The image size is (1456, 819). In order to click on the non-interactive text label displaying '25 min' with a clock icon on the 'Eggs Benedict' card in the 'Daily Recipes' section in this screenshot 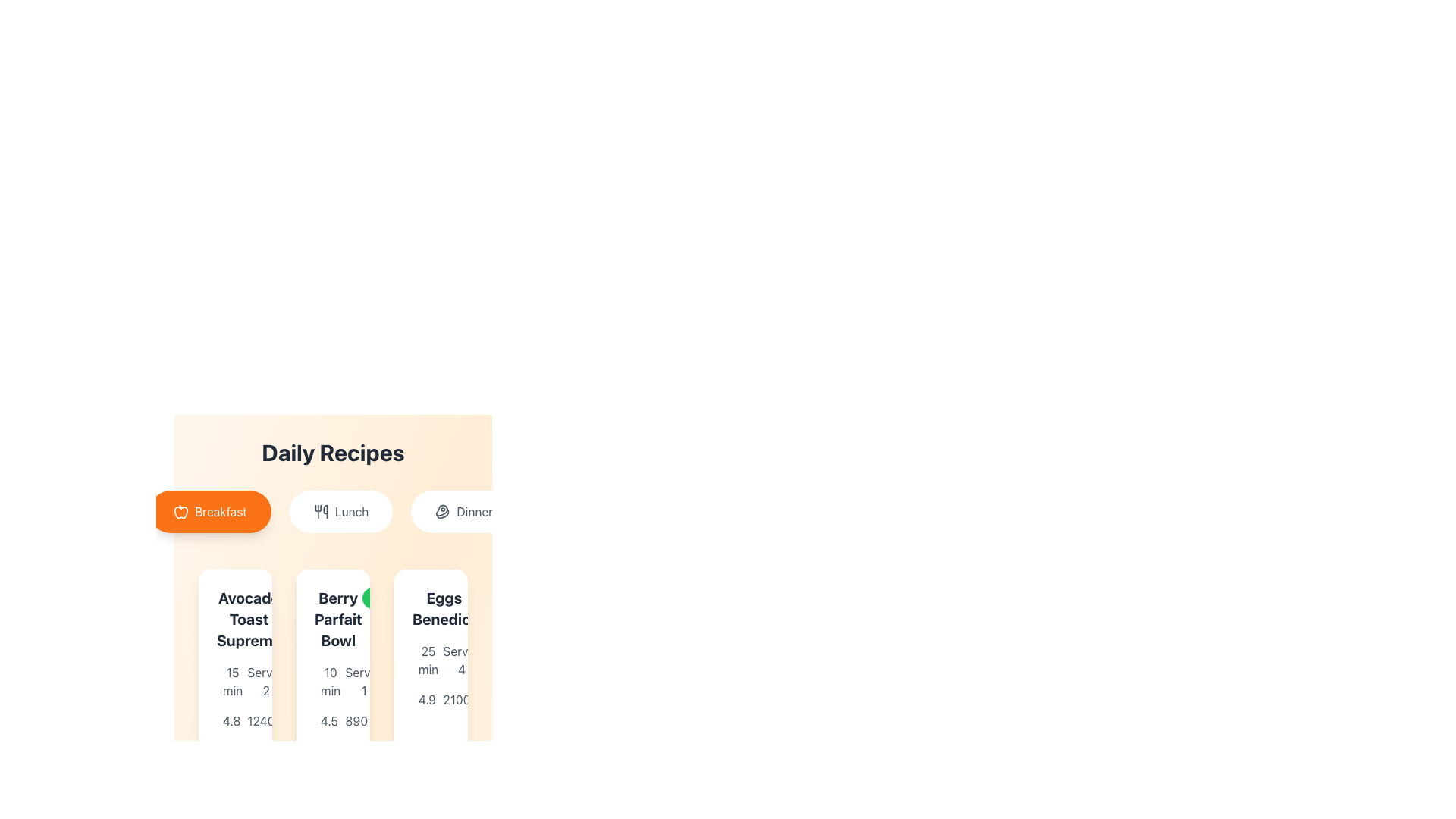, I will do `click(419, 660)`.